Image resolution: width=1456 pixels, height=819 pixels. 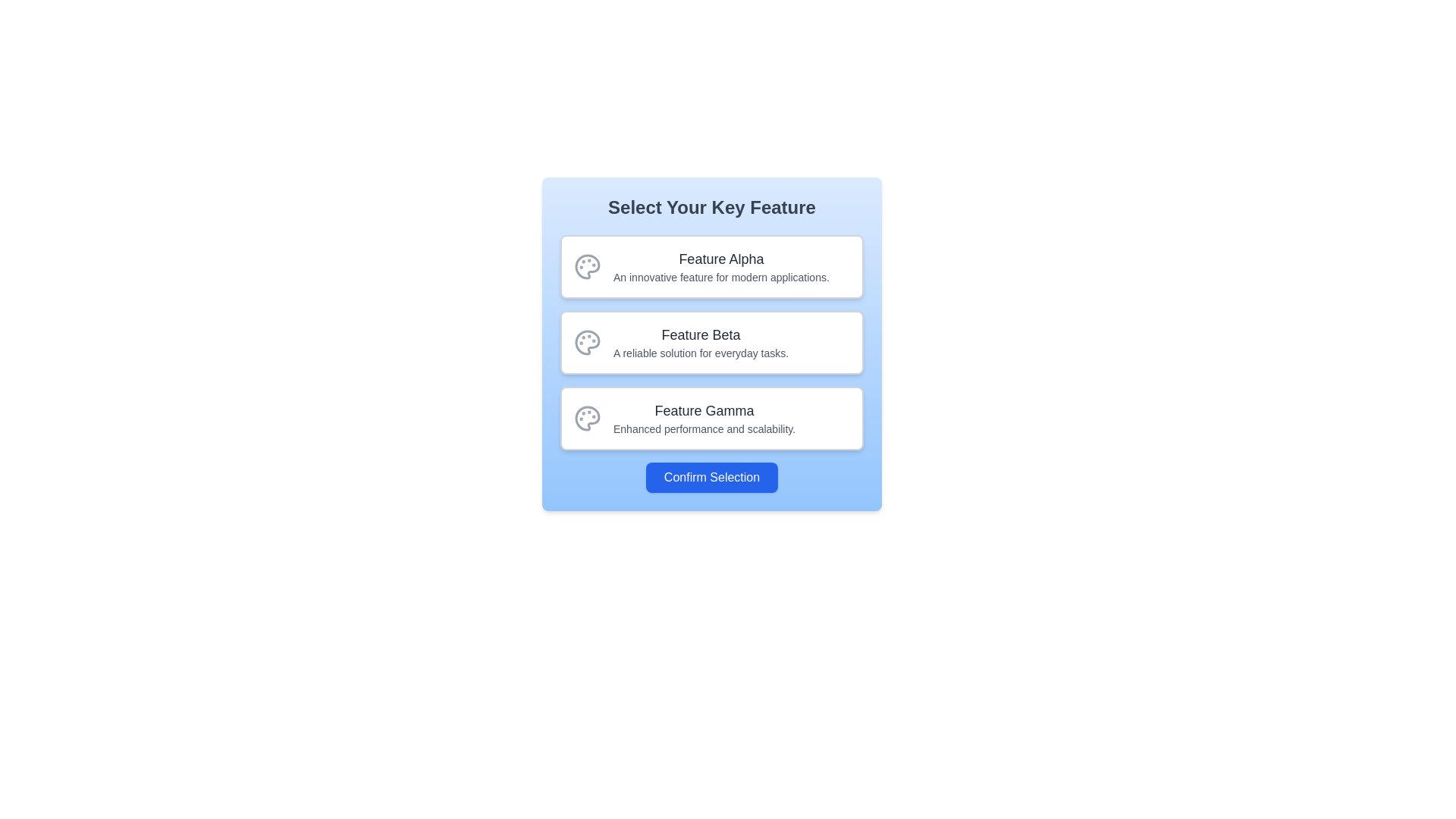 What do you see at coordinates (704, 411) in the screenshot?
I see `the Text label that serves as a title or label for the specific feature, located above the subtitle 'Enhanced performance and scalability', and aligned with the icon on the left` at bounding box center [704, 411].